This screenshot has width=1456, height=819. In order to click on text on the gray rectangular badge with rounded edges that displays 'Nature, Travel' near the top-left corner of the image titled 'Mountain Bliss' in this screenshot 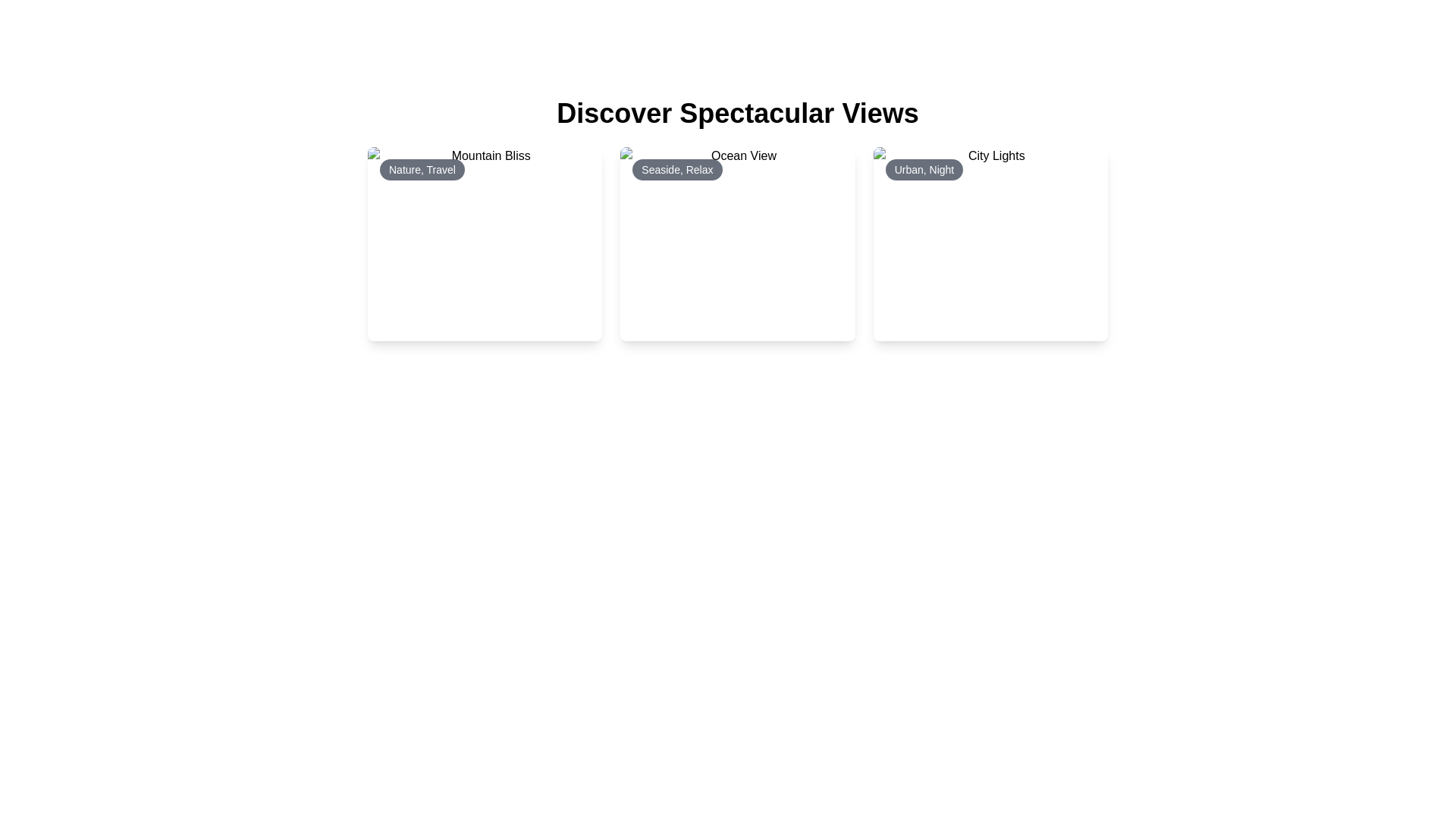, I will do `click(422, 169)`.